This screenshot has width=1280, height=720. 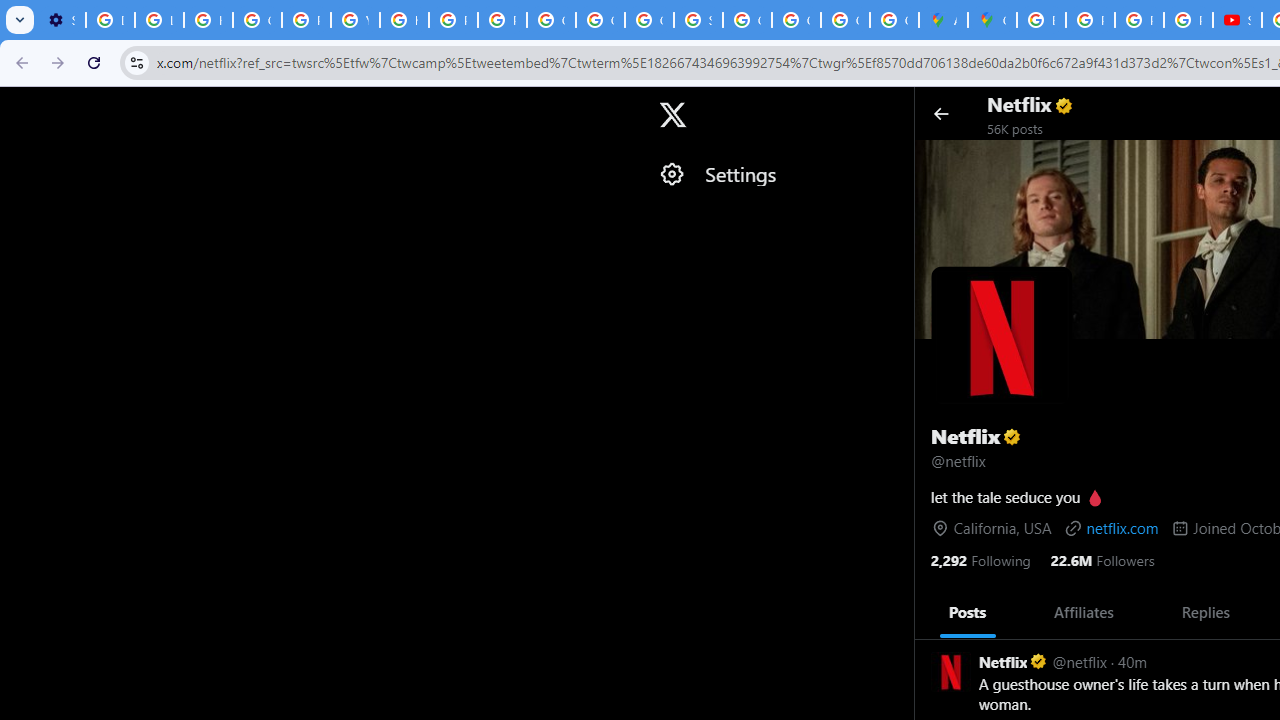 What do you see at coordinates (17, 105) in the screenshot?
I see `'Skip to trending'` at bounding box center [17, 105].